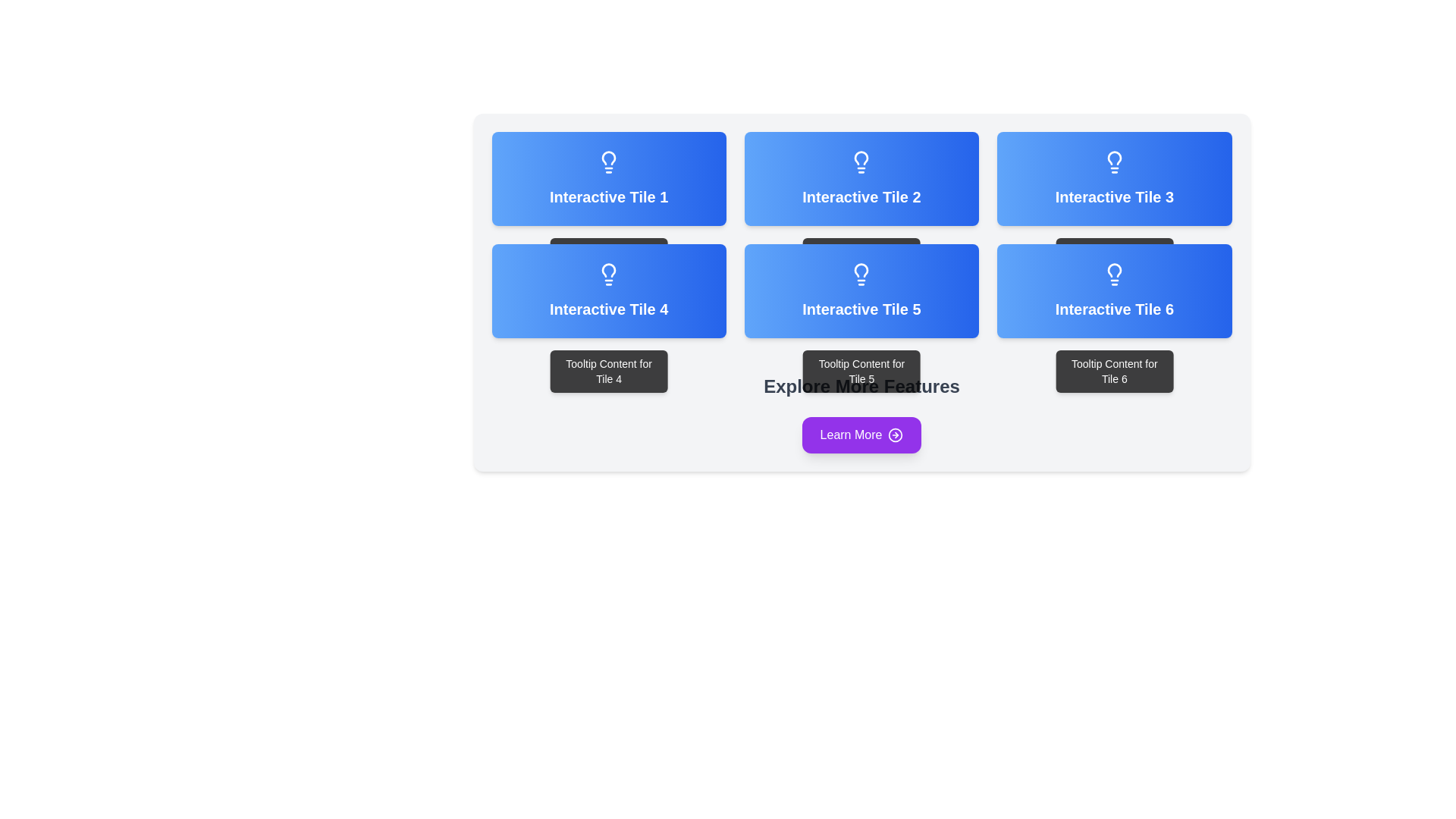 This screenshot has width=1456, height=819. Describe the element at coordinates (861, 162) in the screenshot. I see `the lightbulb icon located at the center-top of the 'Interactive Tile 2', which enhances the tile's meaning in the grid layout` at that location.